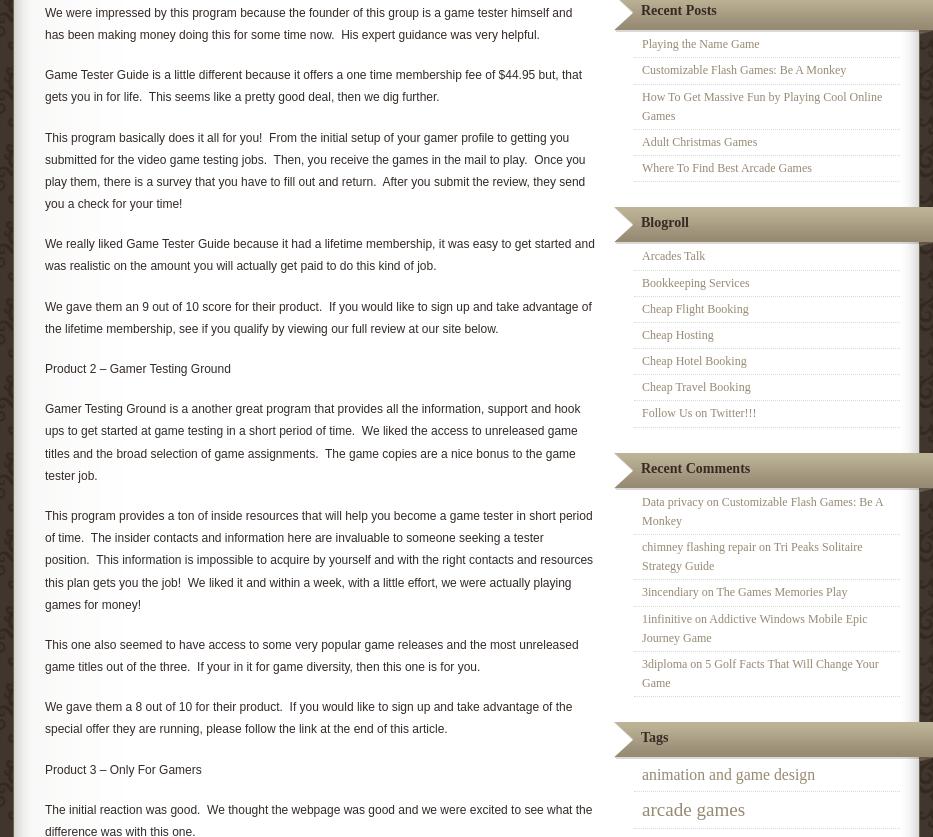  I want to click on 'We gave them a 8 out of 10 for their product.  If you would like to sign up and take advantage of the special offer they are running, please follow the link at the end of this article.', so click(308, 716).